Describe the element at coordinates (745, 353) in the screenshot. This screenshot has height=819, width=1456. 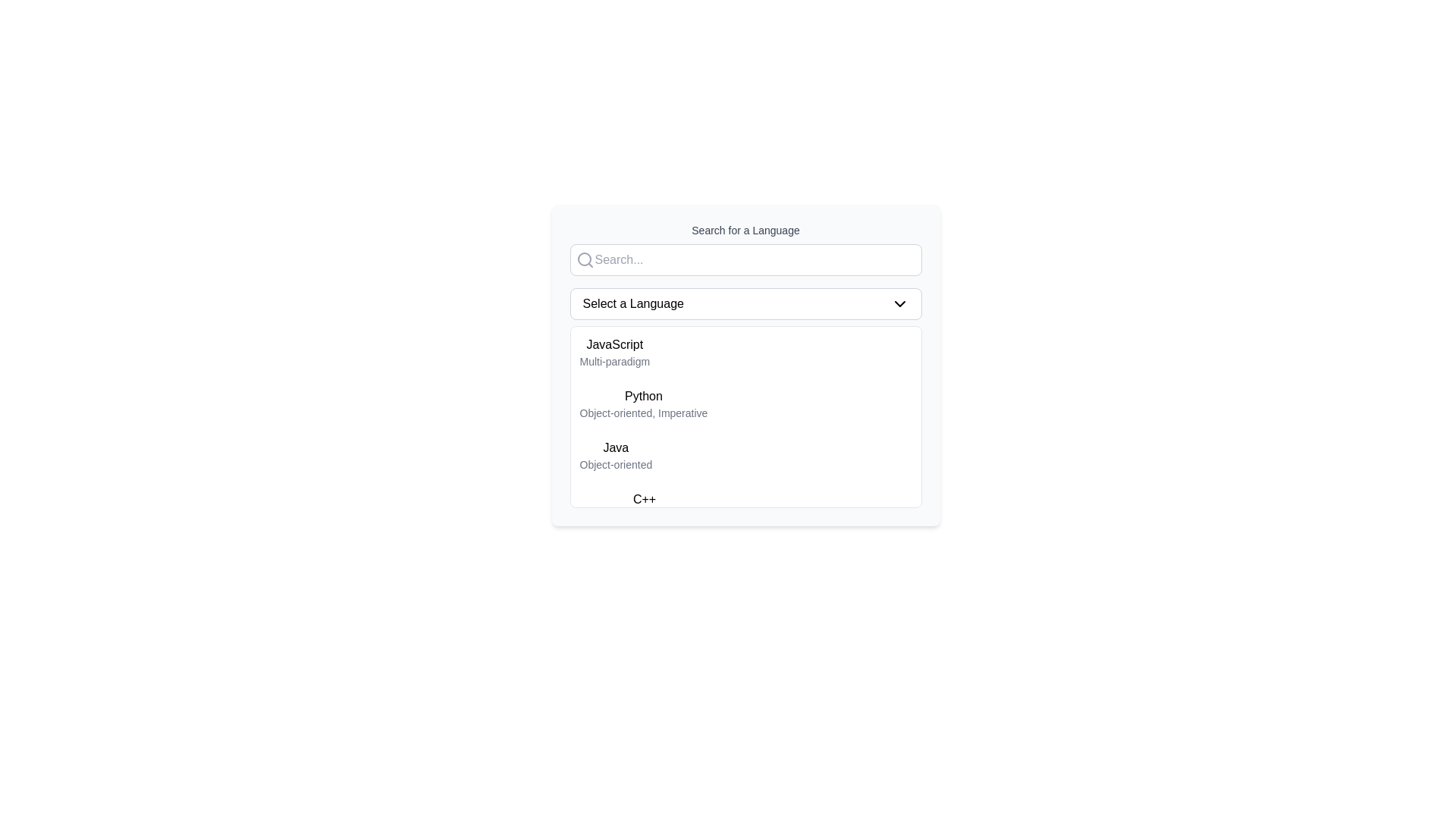
I see `the first list item for 'JavaScript' in the programming language selection list located below the 'Select a Language' dropdown` at that location.